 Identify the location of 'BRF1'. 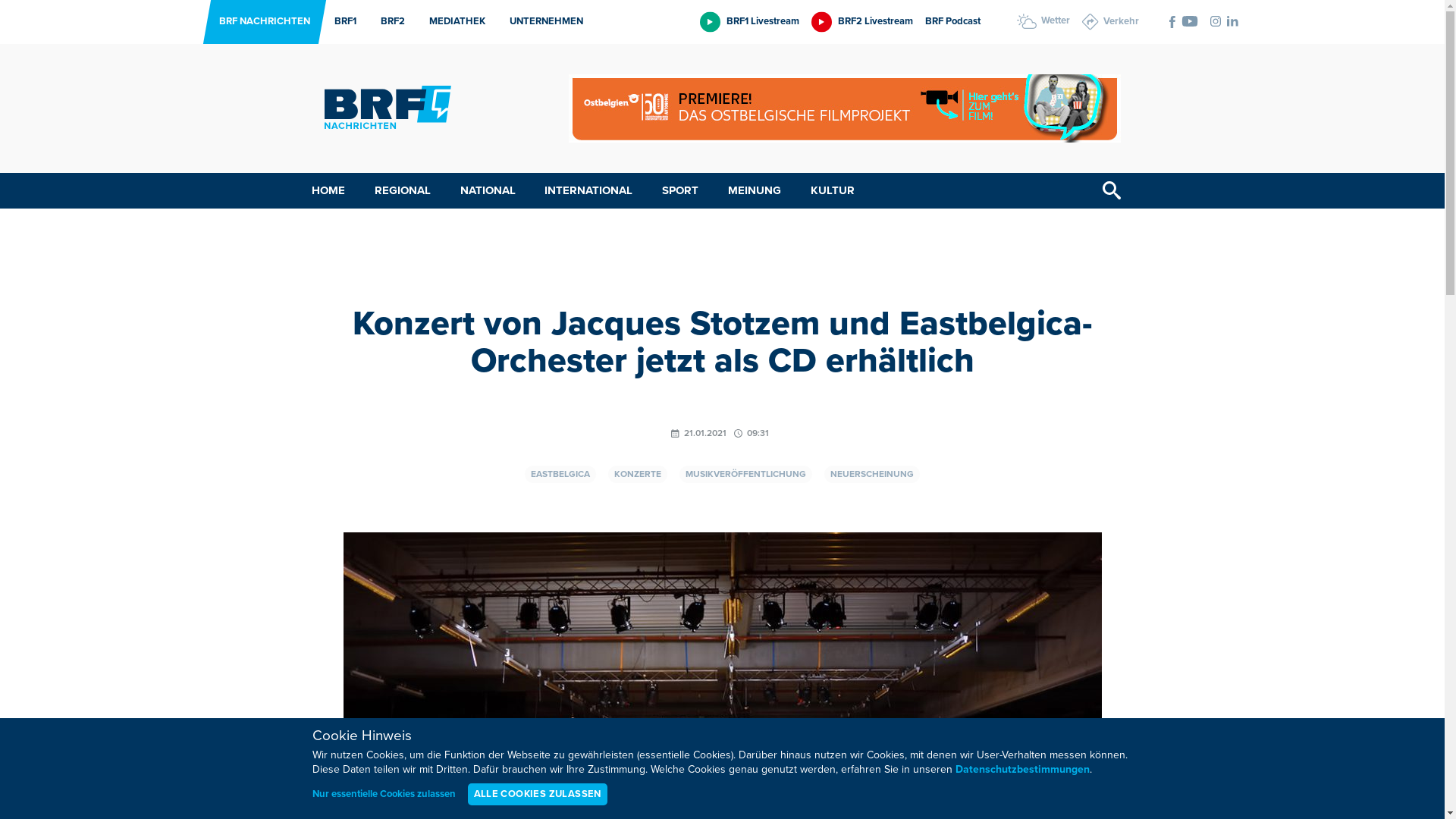
(340, 22).